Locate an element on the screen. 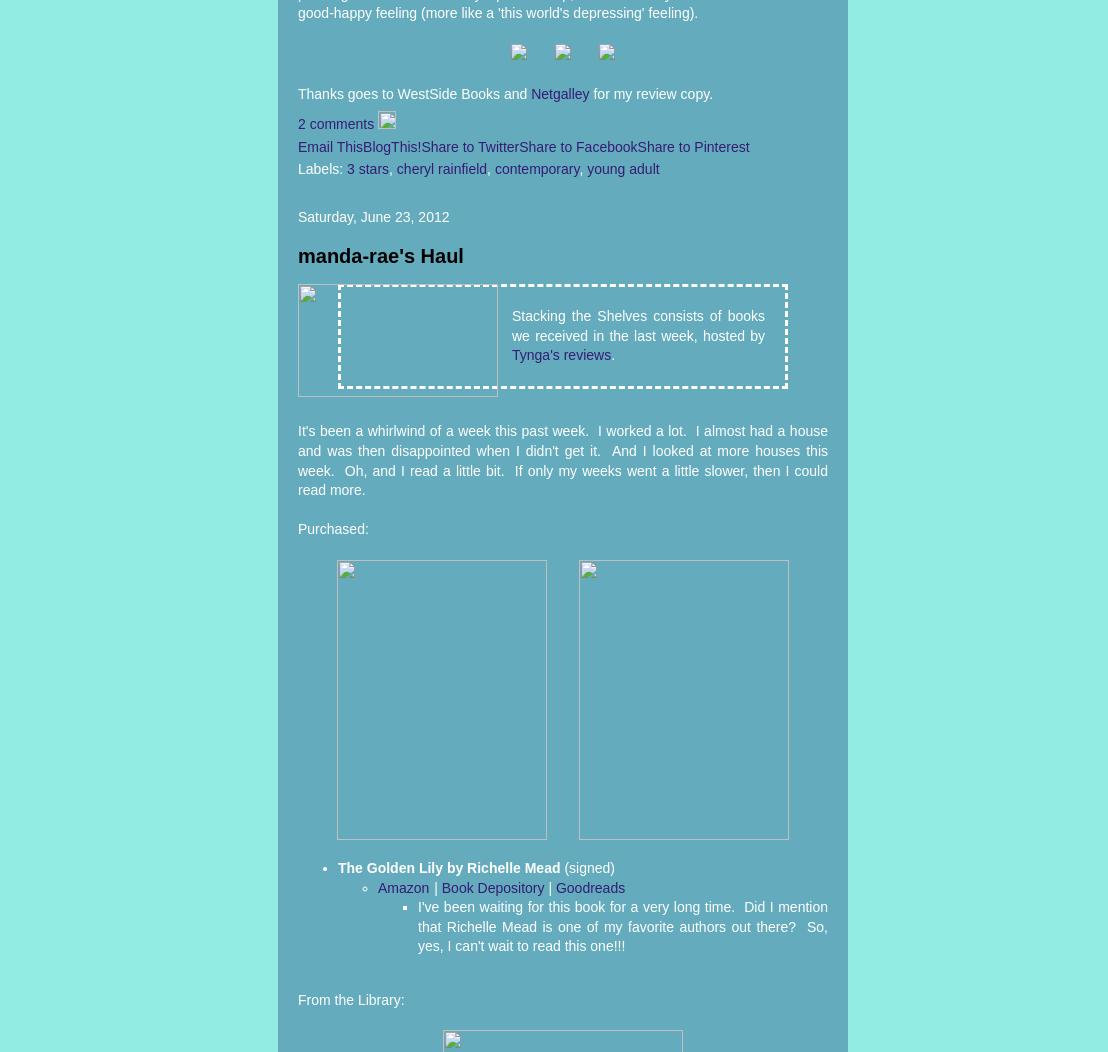  'The Golden Lily by Richelle Mead' is located at coordinates (447, 867).